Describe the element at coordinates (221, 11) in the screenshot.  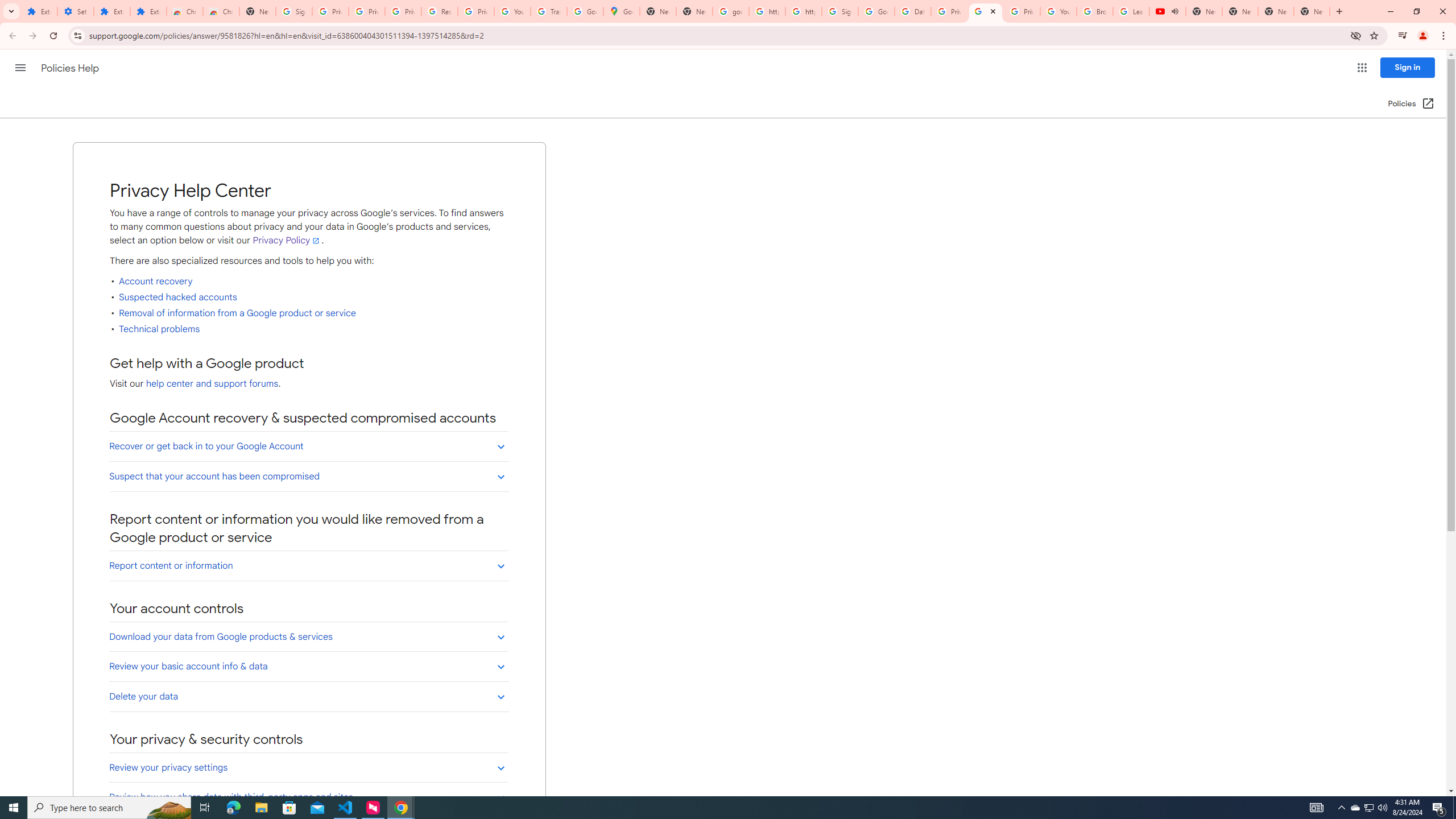
I see `'Chrome Web Store - Themes'` at that location.